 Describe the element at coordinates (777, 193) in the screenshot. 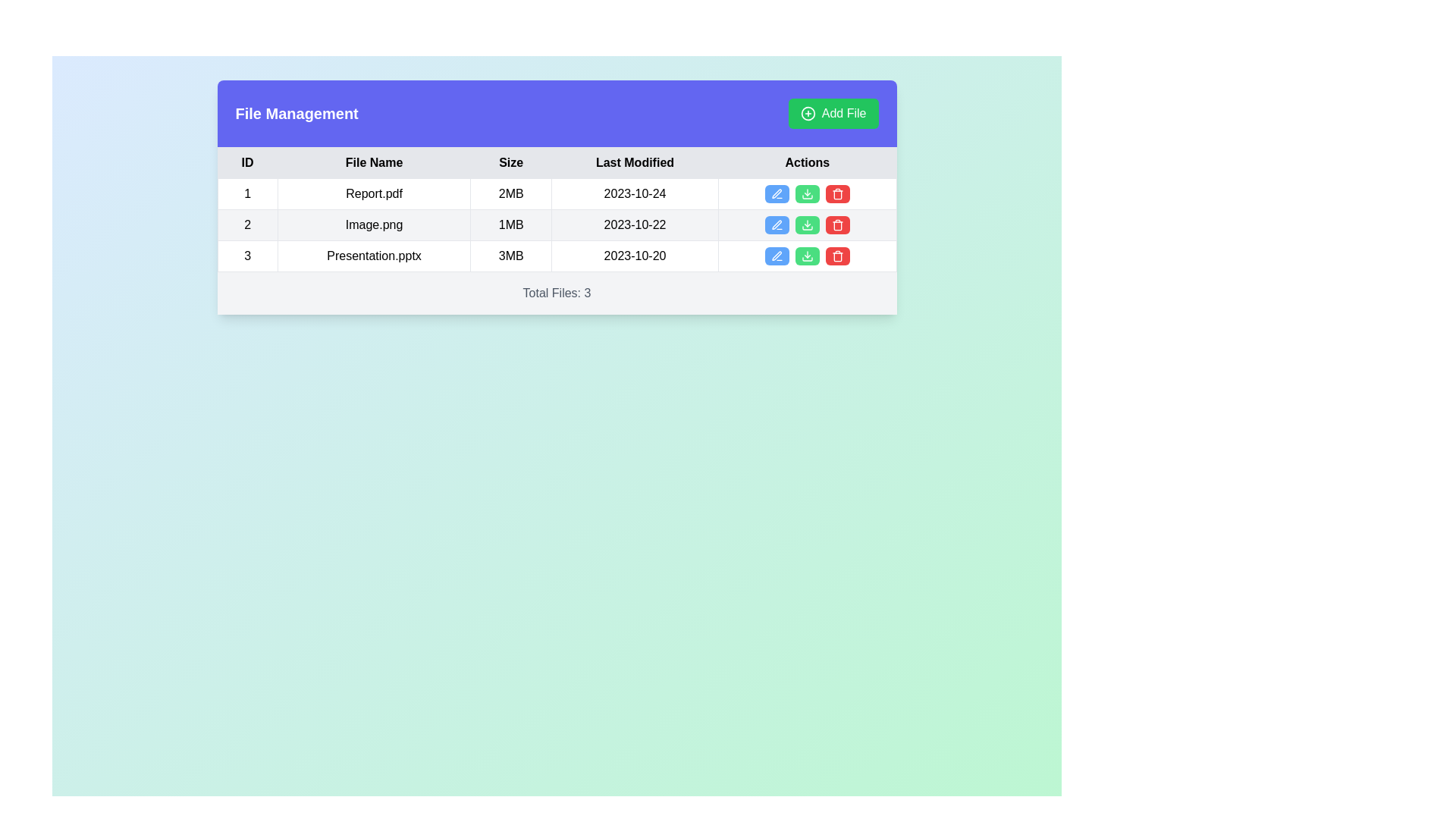

I see `the Edit Pen Icon located in the Actions column of the file management table for the file 'Image.png' to initiate editing` at that location.